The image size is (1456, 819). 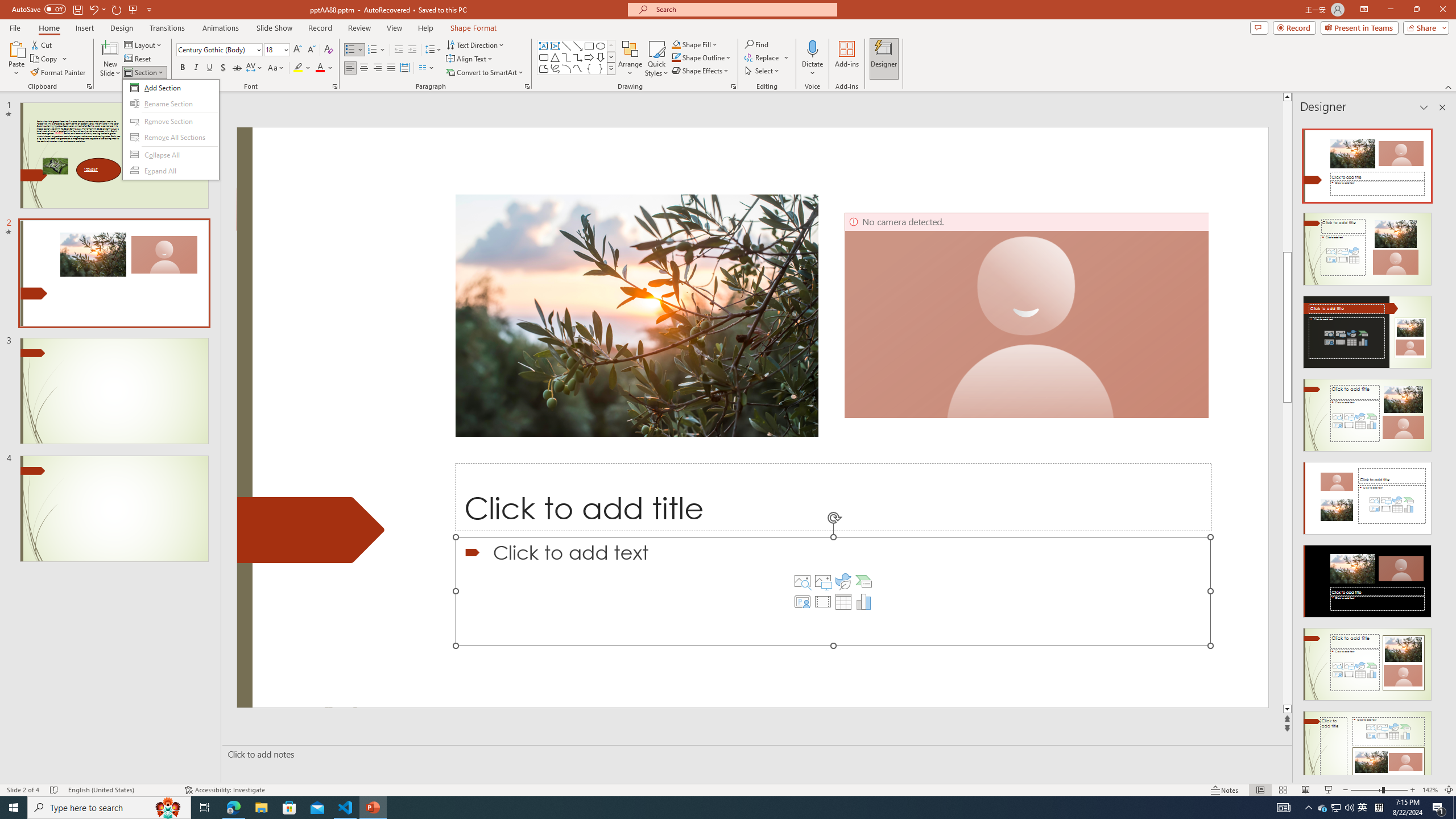 What do you see at coordinates (864, 581) in the screenshot?
I see `'Insert a SmartArt Graphic'` at bounding box center [864, 581].